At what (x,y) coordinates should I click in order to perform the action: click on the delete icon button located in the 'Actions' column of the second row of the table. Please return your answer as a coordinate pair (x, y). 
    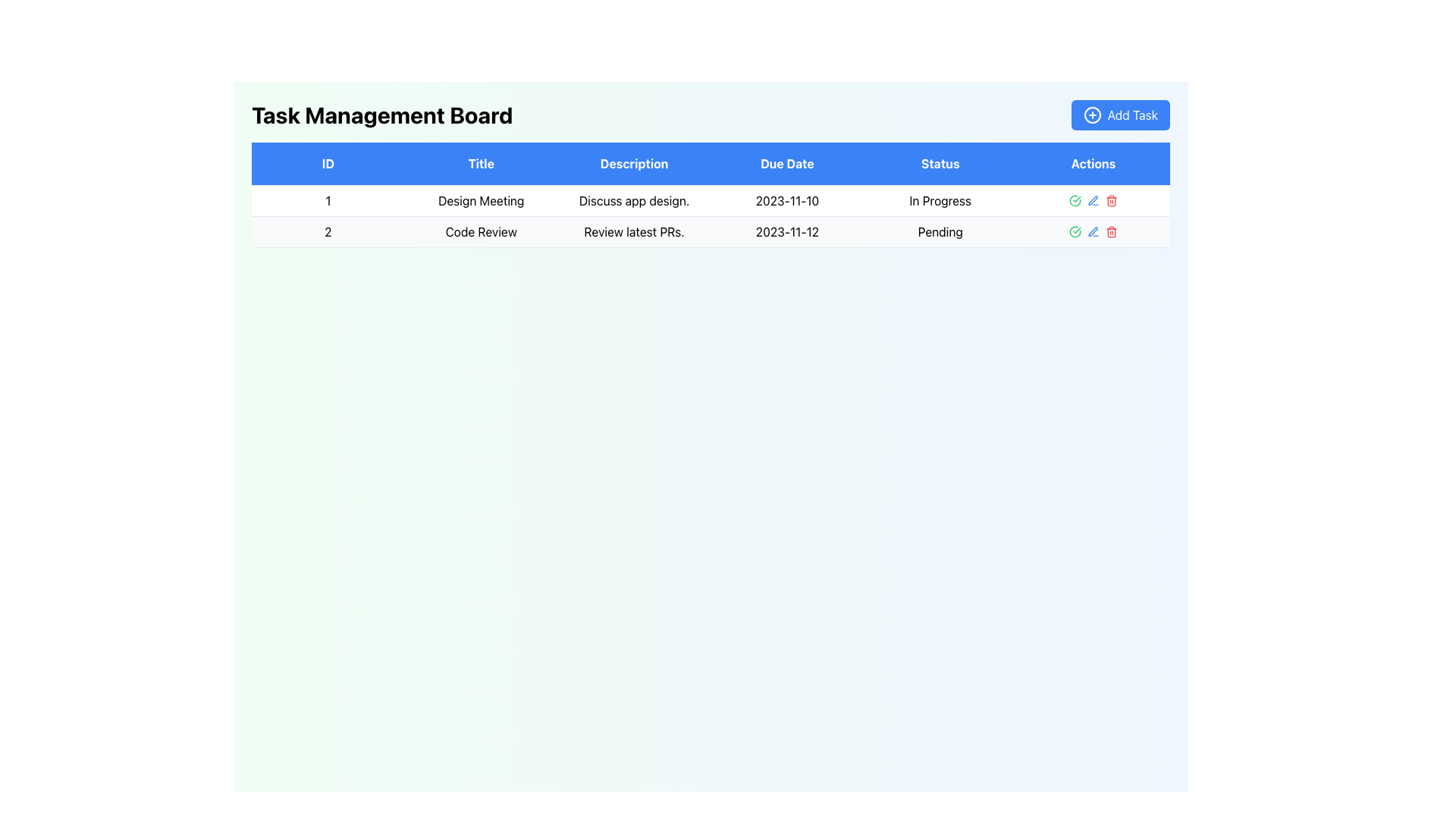
    Looking at the image, I should click on (1112, 231).